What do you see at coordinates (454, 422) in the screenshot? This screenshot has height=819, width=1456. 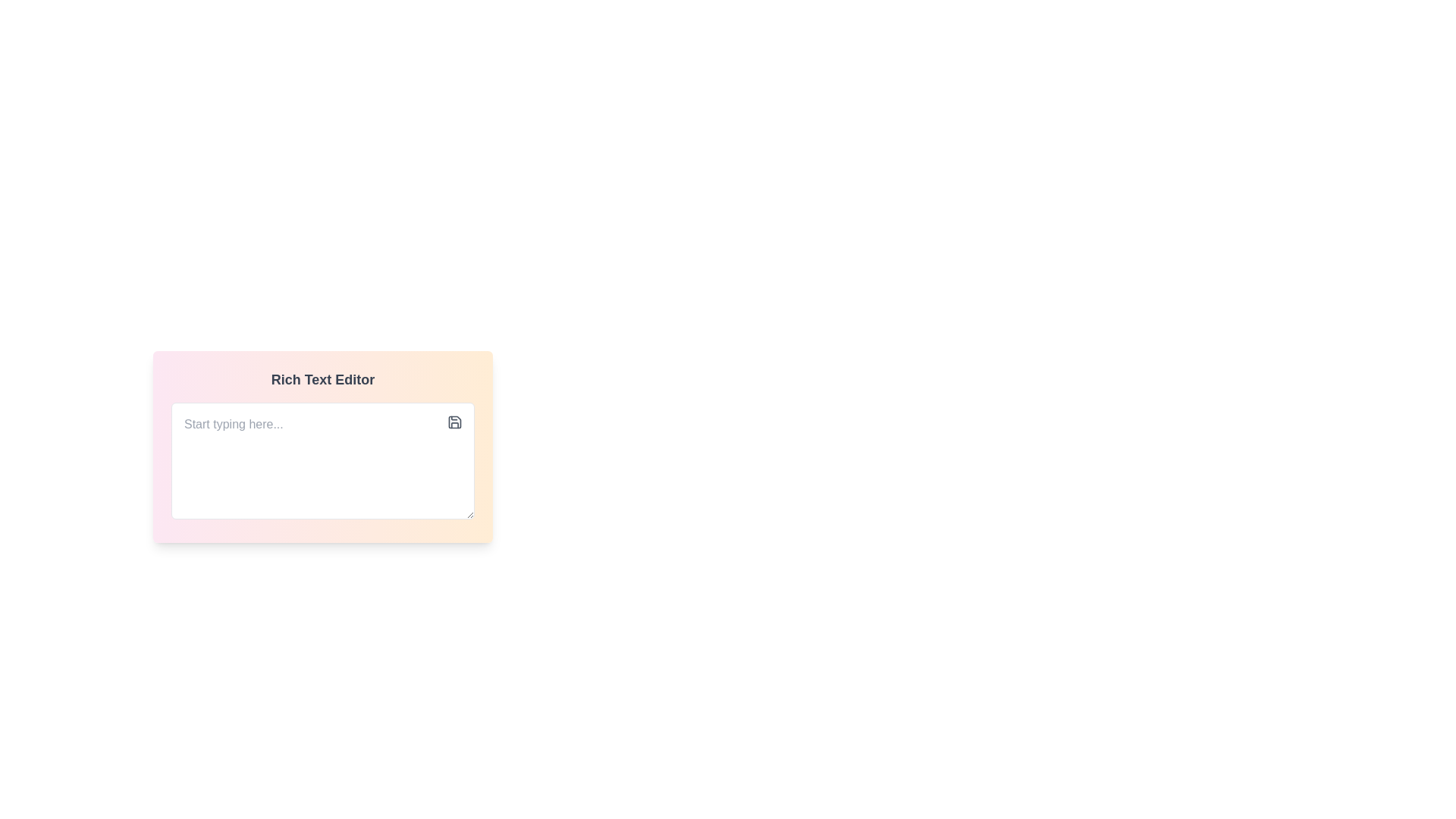 I see `the save icon button located in the top-right corner of the text input field in the text editor` at bounding box center [454, 422].